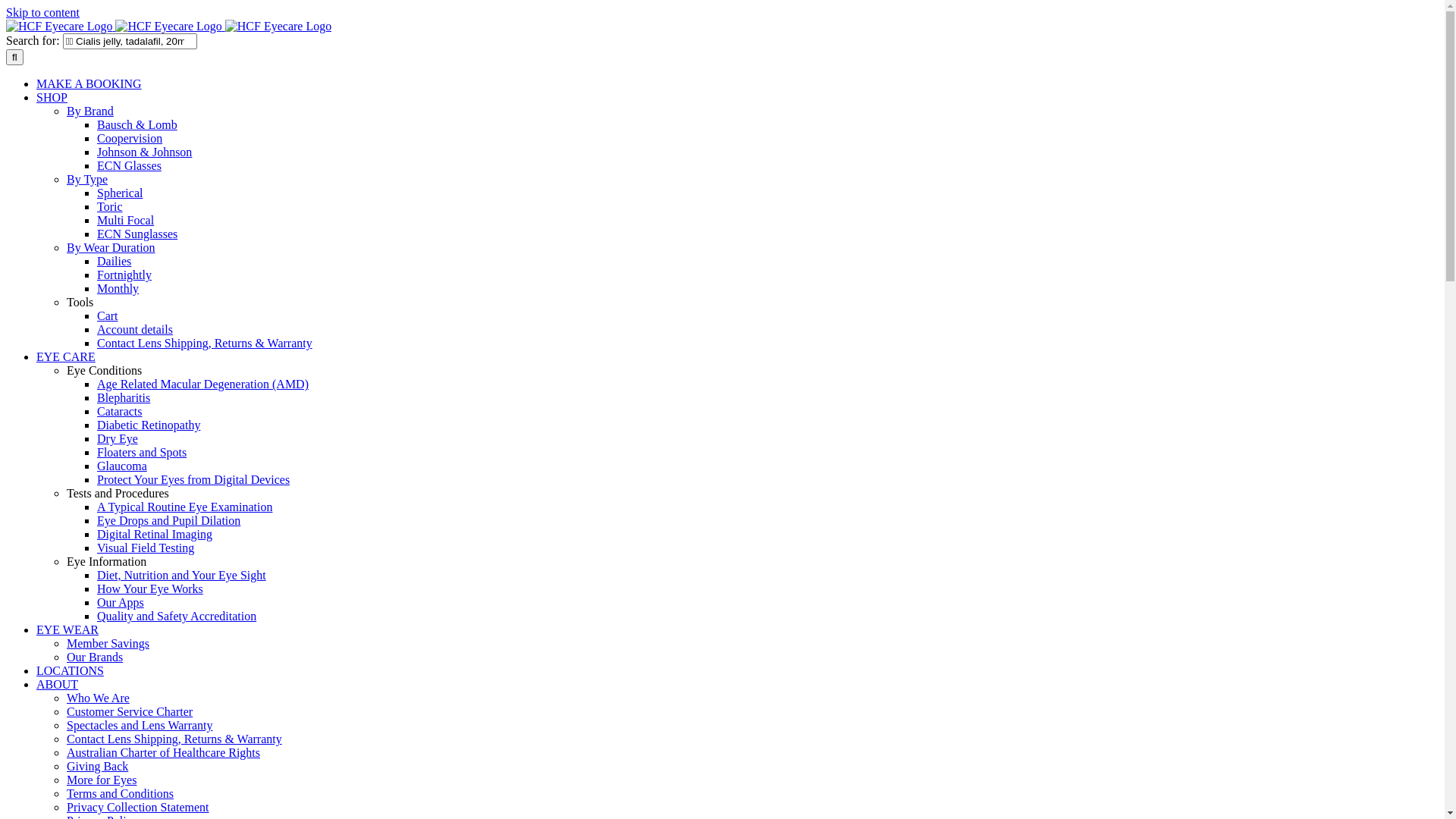 The image size is (1456, 819). I want to click on 'Age Related Macular Degeneration (AMD)', so click(202, 383).